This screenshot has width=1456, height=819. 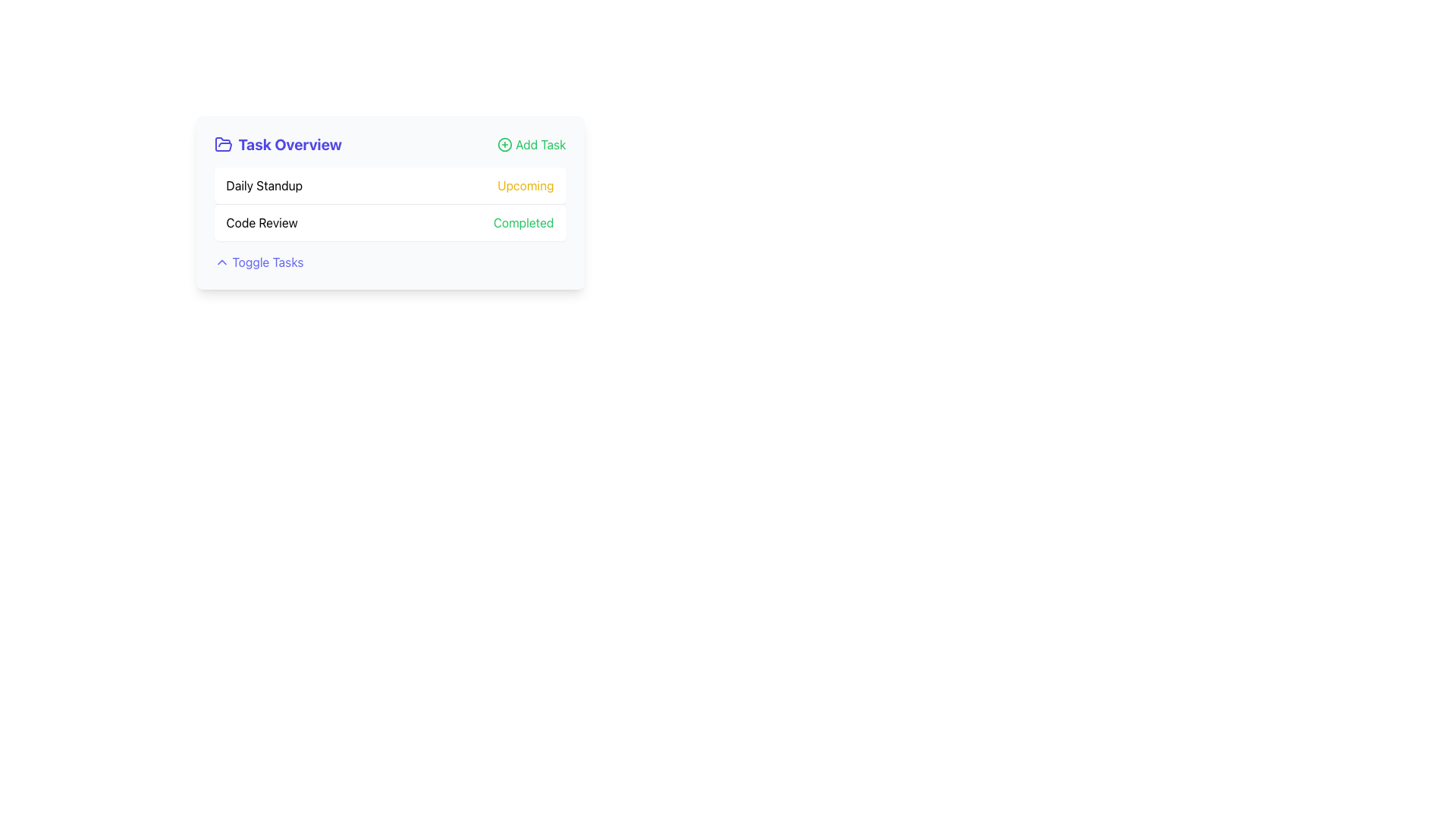 What do you see at coordinates (505, 145) in the screenshot?
I see `the '+' icon button located to the left of the 'Add Task' text` at bounding box center [505, 145].